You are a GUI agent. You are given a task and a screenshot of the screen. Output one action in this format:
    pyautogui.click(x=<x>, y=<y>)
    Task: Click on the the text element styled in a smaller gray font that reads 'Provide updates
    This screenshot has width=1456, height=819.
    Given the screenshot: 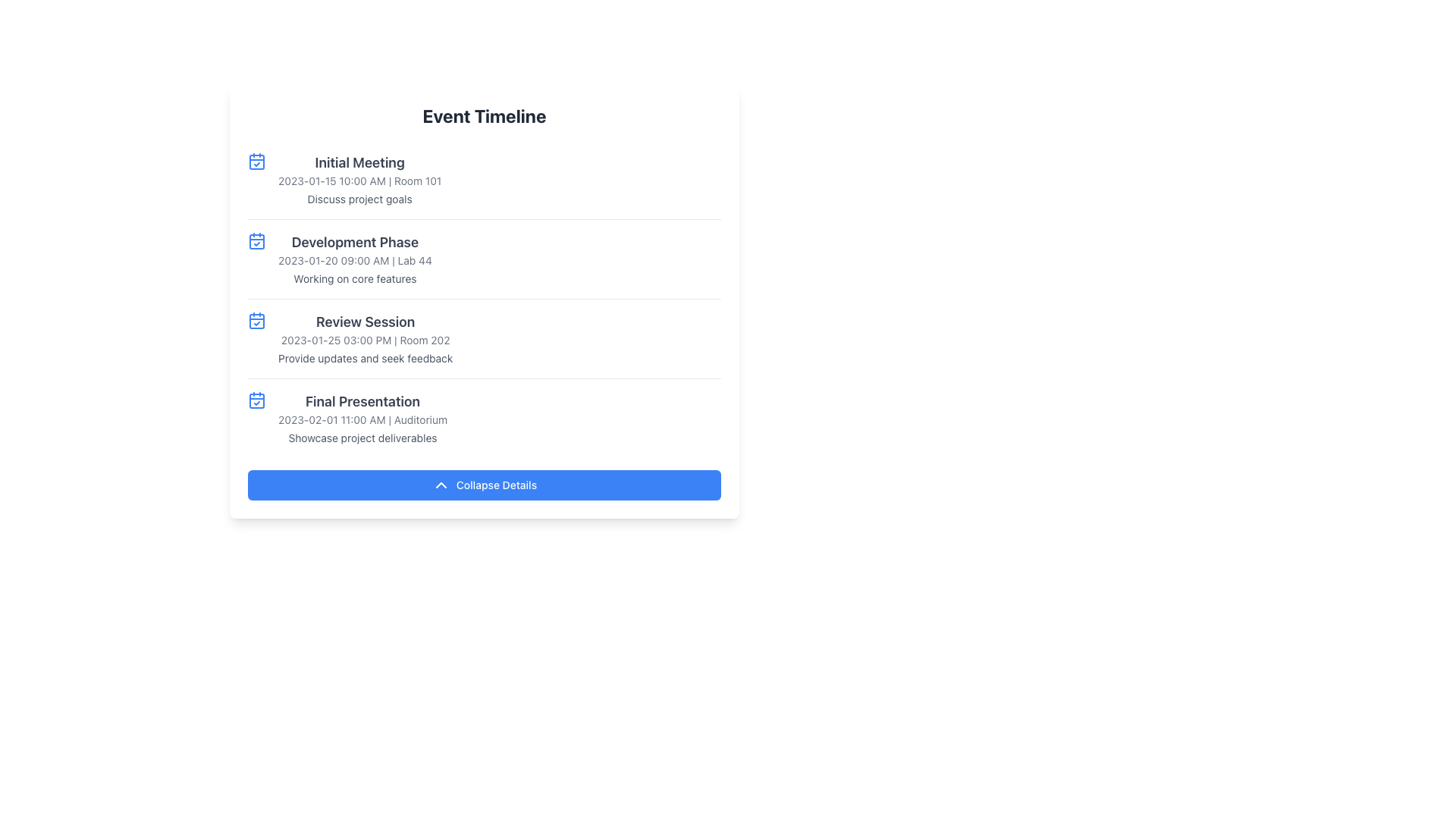 What is the action you would take?
    pyautogui.click(x=366, y=359)
    